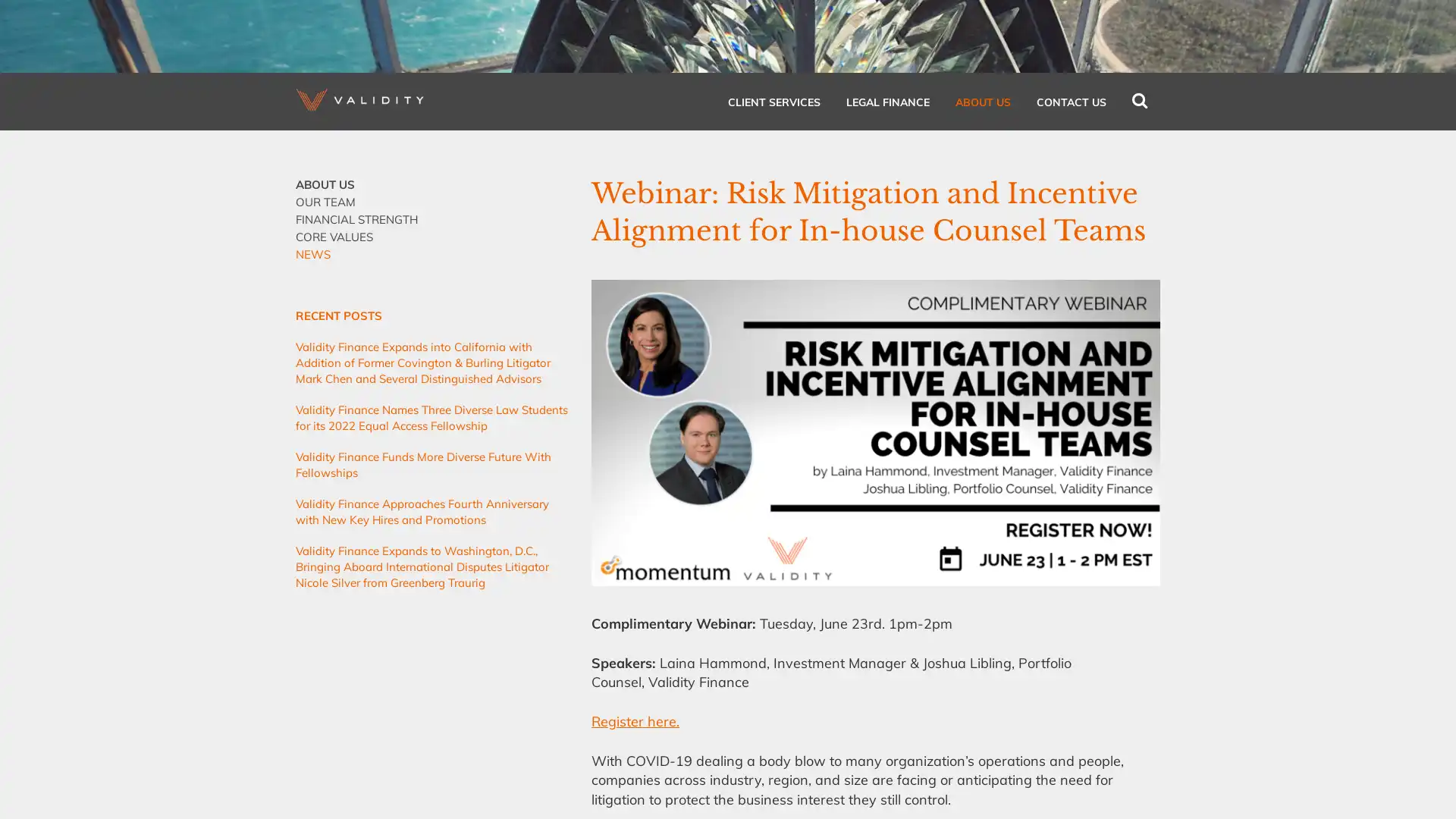 Image resolution: width=1456 pixels, height=819 pixels. What do you see at coordinates (774, 330) in the screenshot?
I see `Download Now` at bounding box center [774, 330].